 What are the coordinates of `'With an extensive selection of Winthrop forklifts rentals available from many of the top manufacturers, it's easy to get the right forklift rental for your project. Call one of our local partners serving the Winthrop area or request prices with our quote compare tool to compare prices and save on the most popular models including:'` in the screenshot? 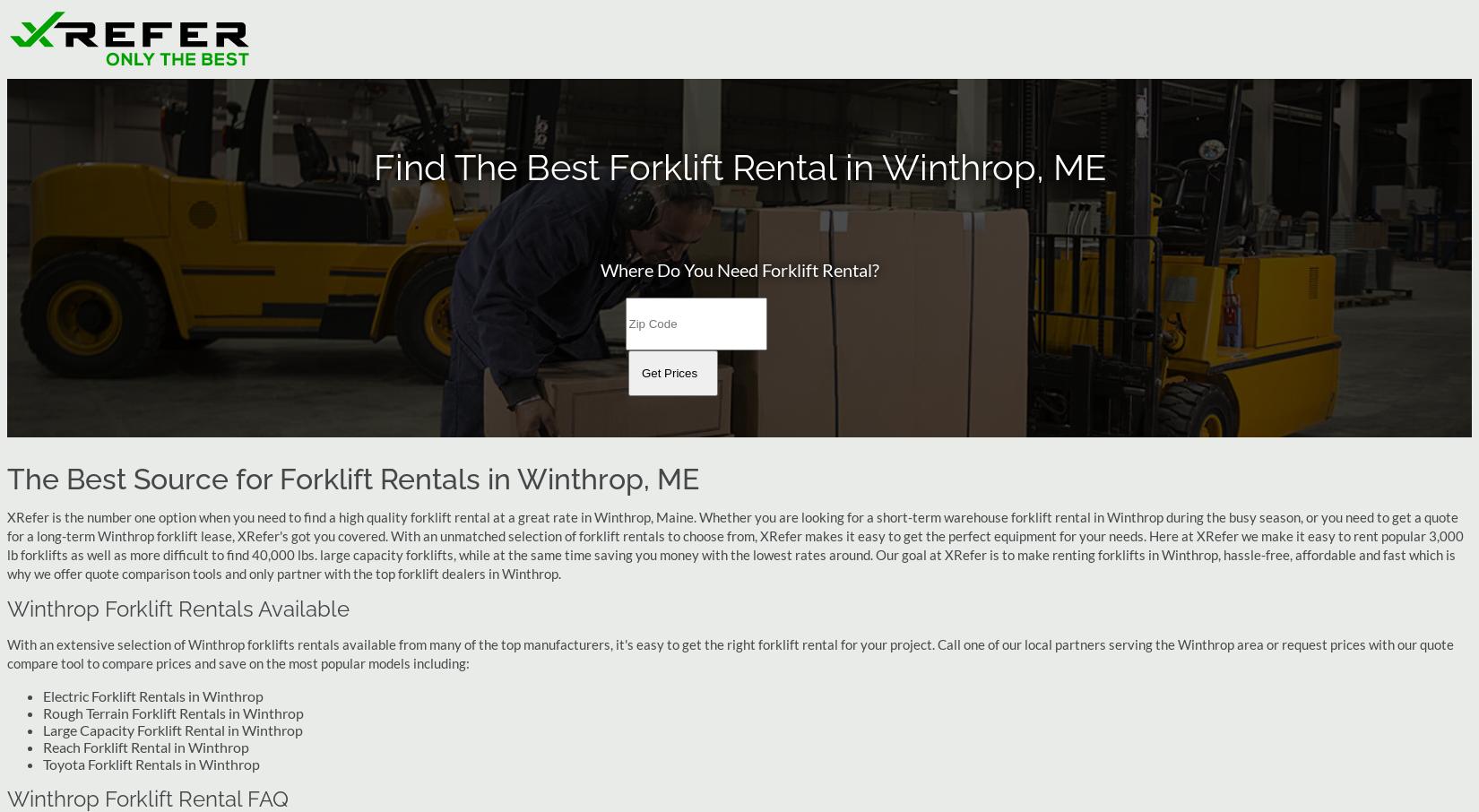 It's located at (729, 652).